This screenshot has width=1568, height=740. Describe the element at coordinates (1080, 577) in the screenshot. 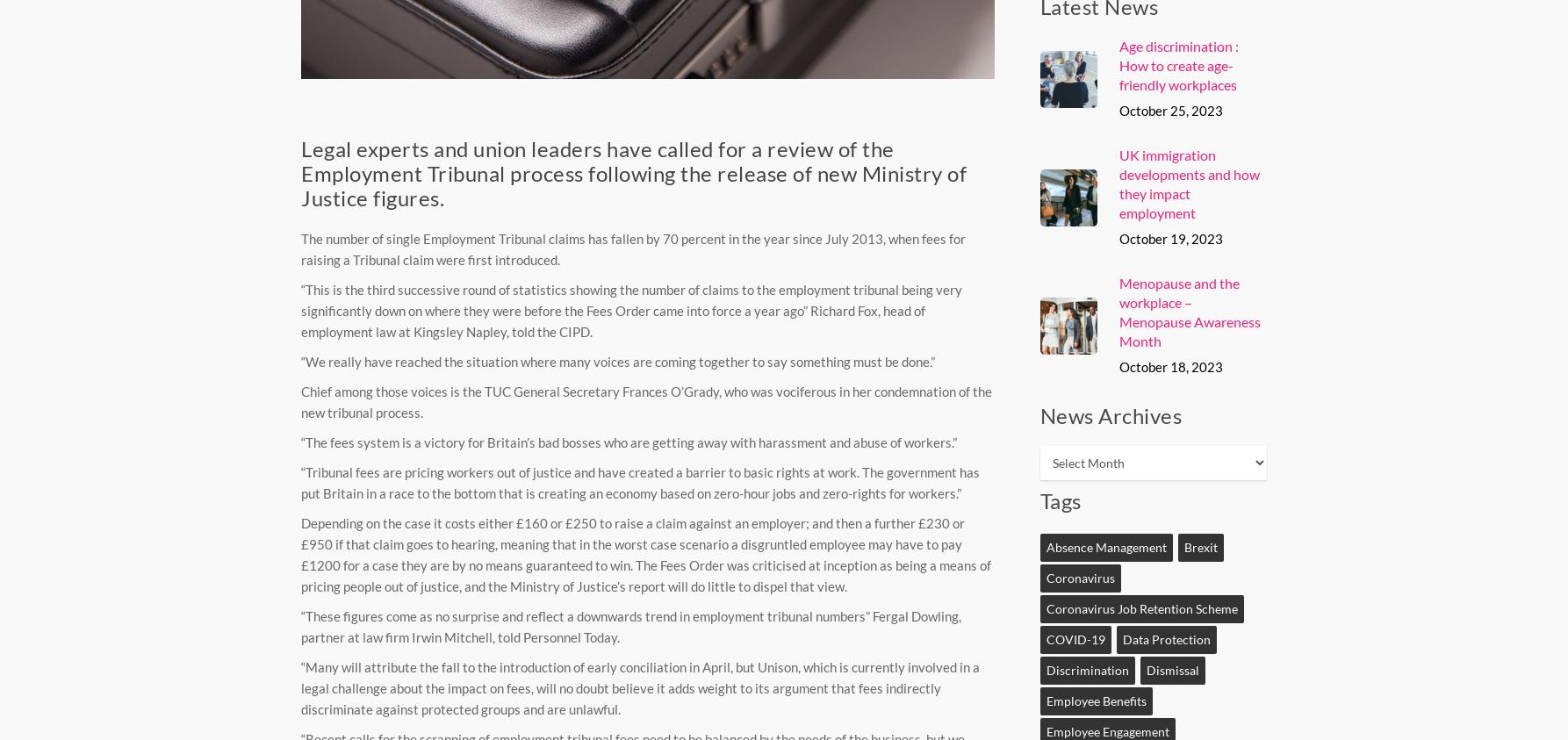

I see `'Coronavirus'` at that location.